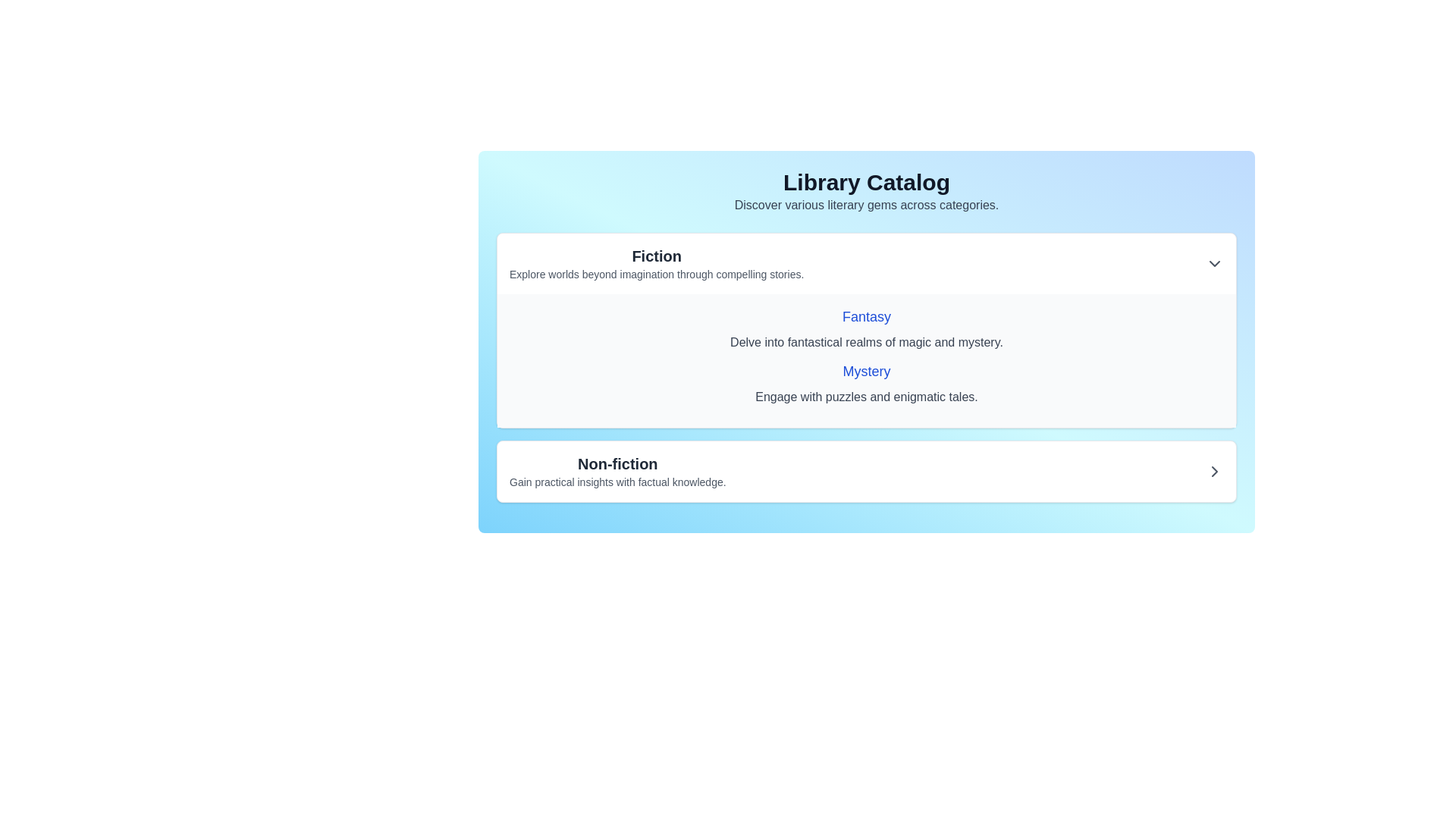  I want to click on the static text label providing descriptive information for the 'Non-fiction' category, located directly below the 'Non-fiction' title, so click(617, 482).